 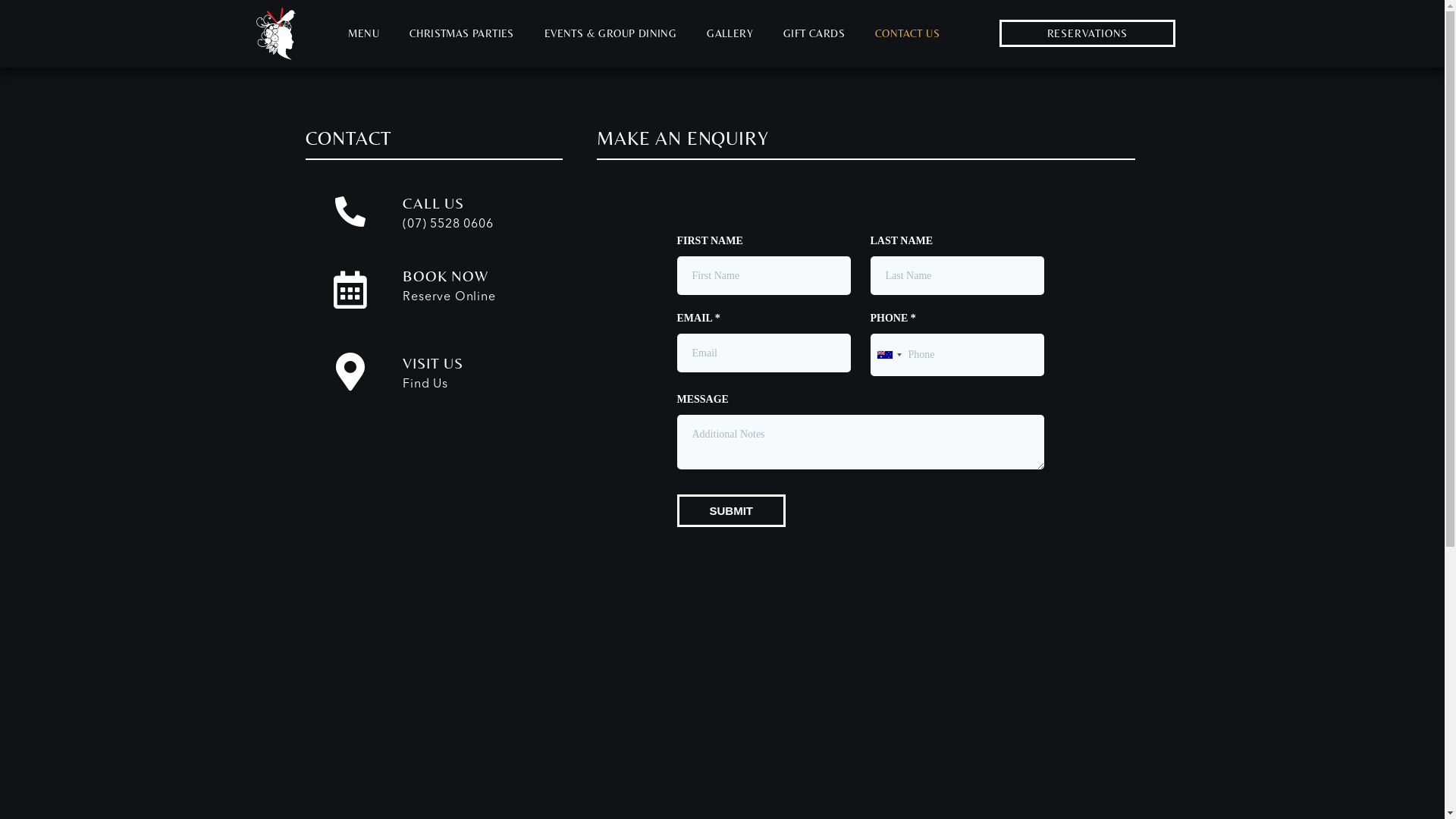 What do you see at coordinates (362, 33) in the screenshot?
I see `'MENU'` at bounding box center [362, 33].